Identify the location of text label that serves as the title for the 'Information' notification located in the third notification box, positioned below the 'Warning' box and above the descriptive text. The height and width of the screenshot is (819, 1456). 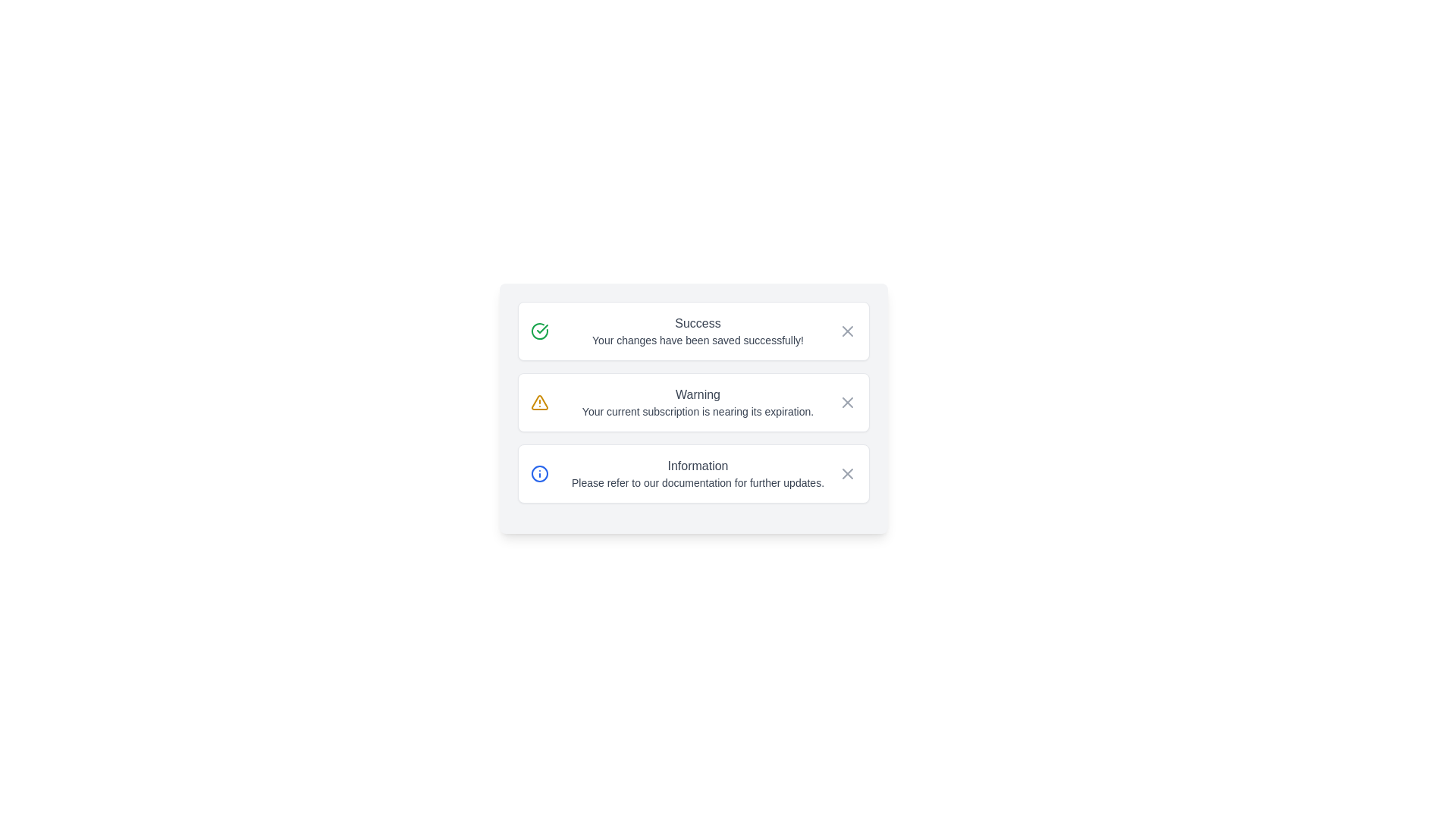
(697, 465).